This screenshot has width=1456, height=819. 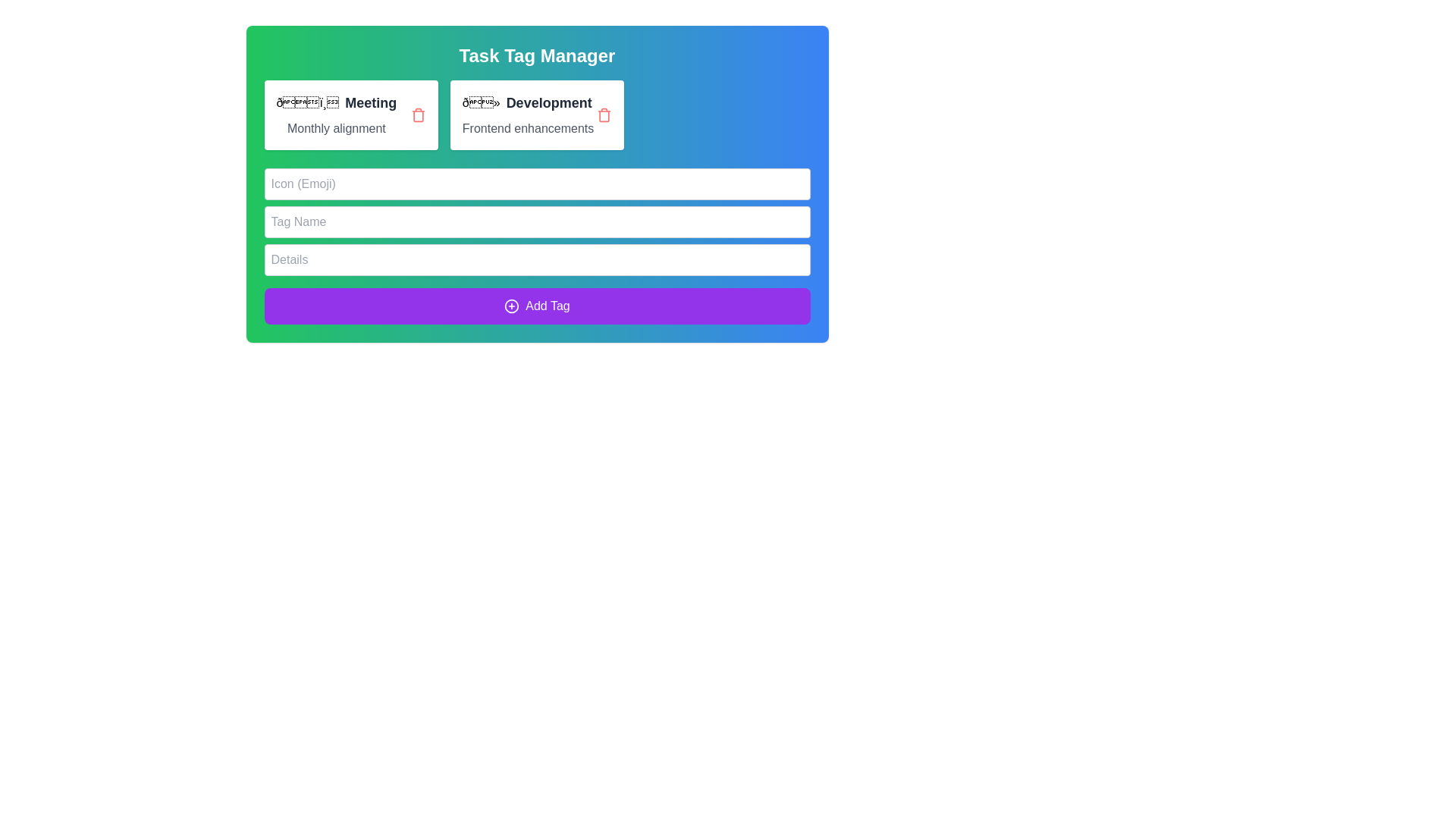 What do you see at coordinates (537, 306) in the screenshot?
I see `the button located at the bottom of the form, which allows users` at bounding box center [537, 306].